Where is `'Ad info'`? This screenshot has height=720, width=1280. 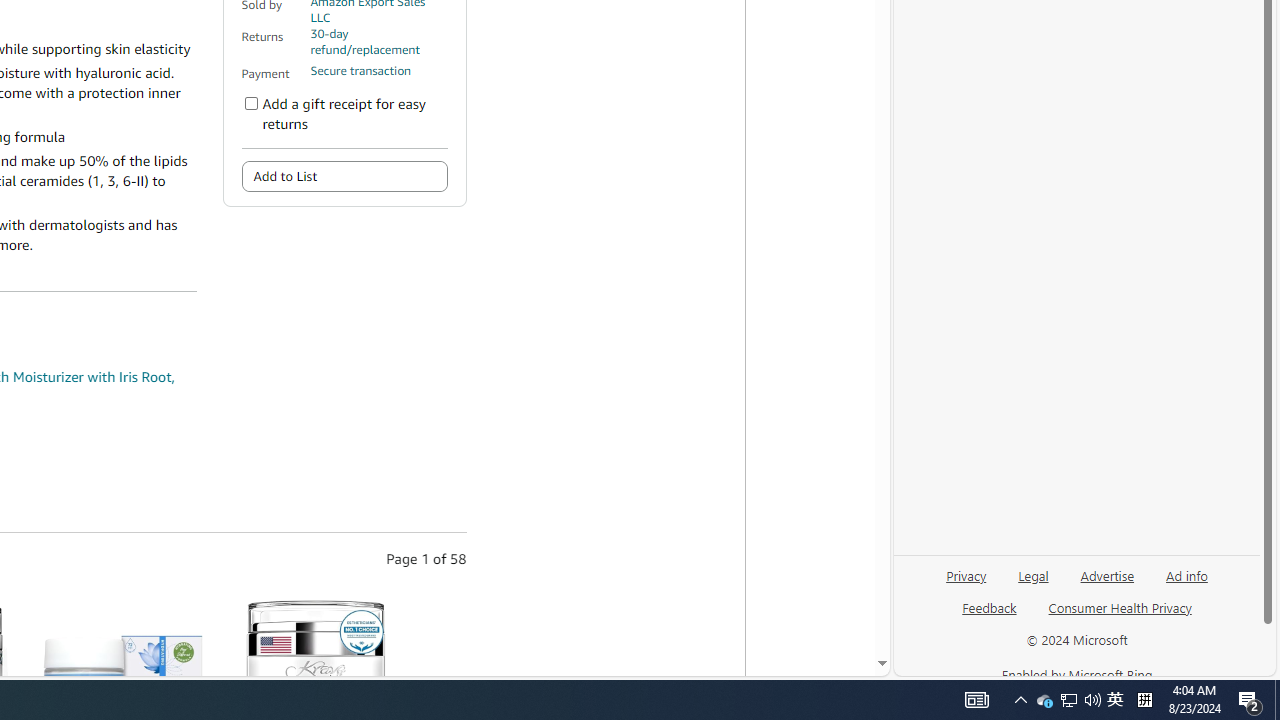
'Ad info' is located at coordinates (1187, 574).